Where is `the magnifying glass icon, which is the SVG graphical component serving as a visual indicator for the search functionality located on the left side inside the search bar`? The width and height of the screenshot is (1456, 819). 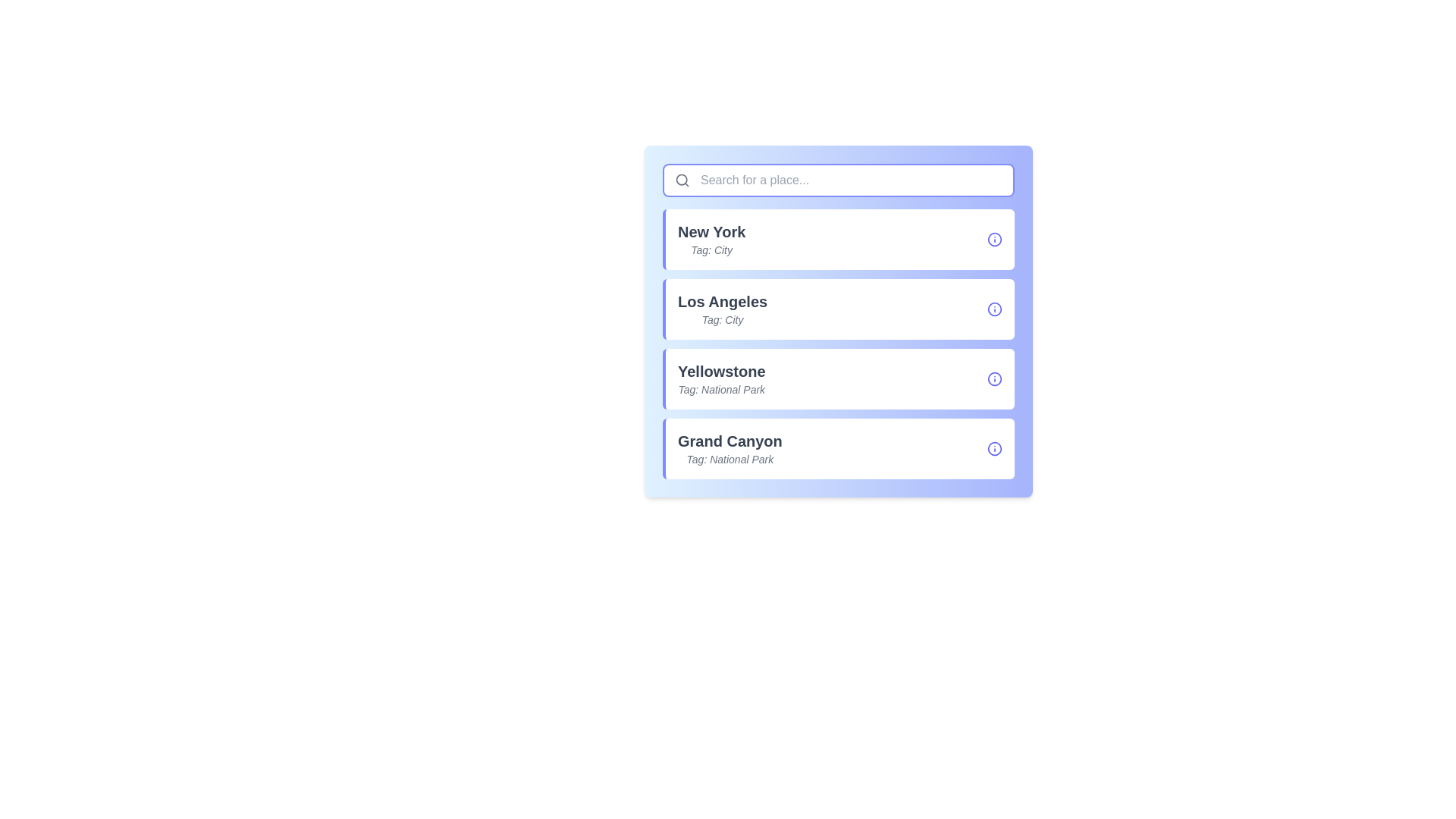
the magnifying glass icon, which is the SVG graphical component serving as a visual indicator for the search functionality located on the left side inside the search bar is located at coordinates (682, 180).